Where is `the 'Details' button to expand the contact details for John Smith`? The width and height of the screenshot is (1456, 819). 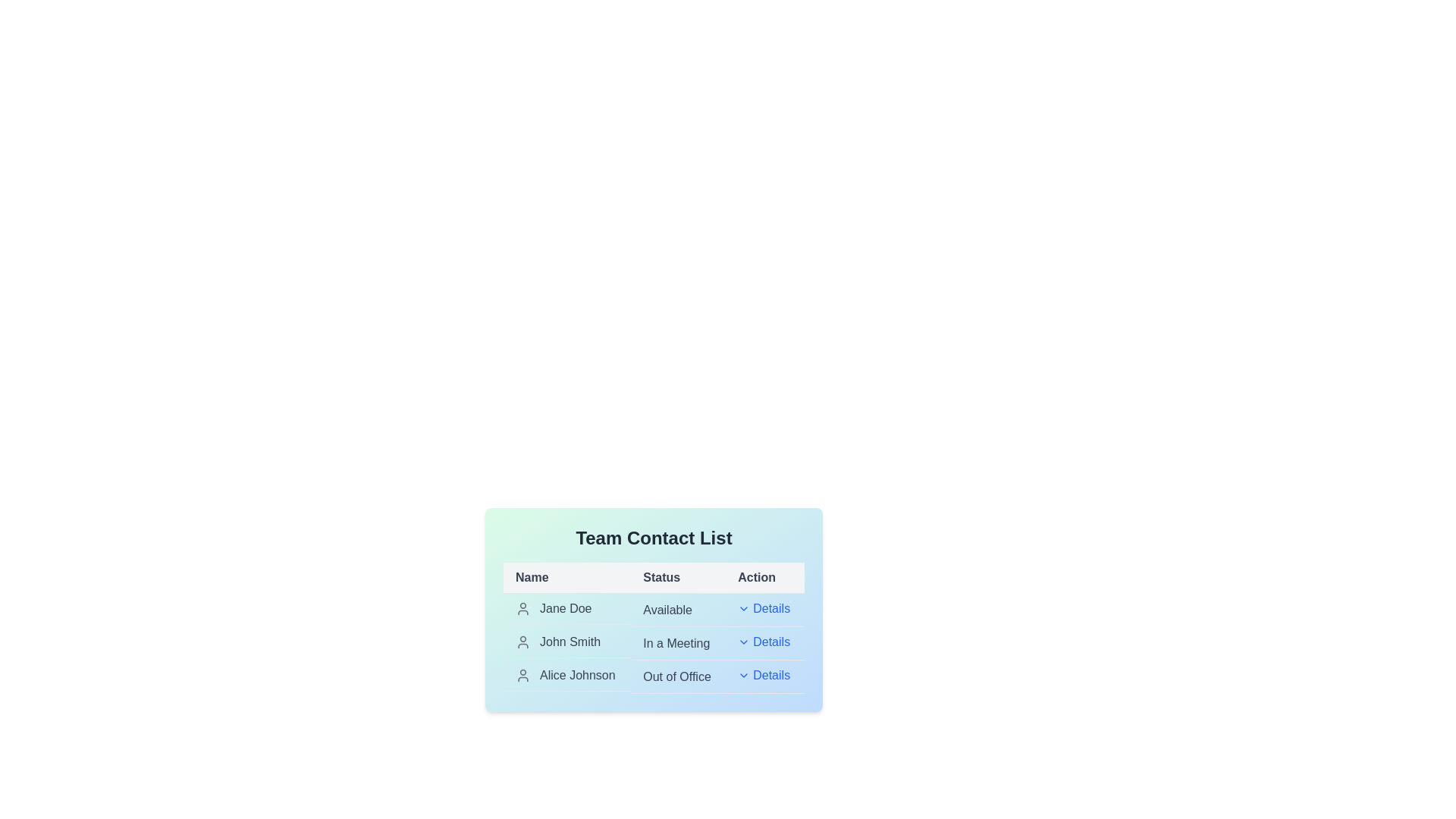
the 'Details' button to expand the contact details for John Smith is located at coordinates (764, 642).